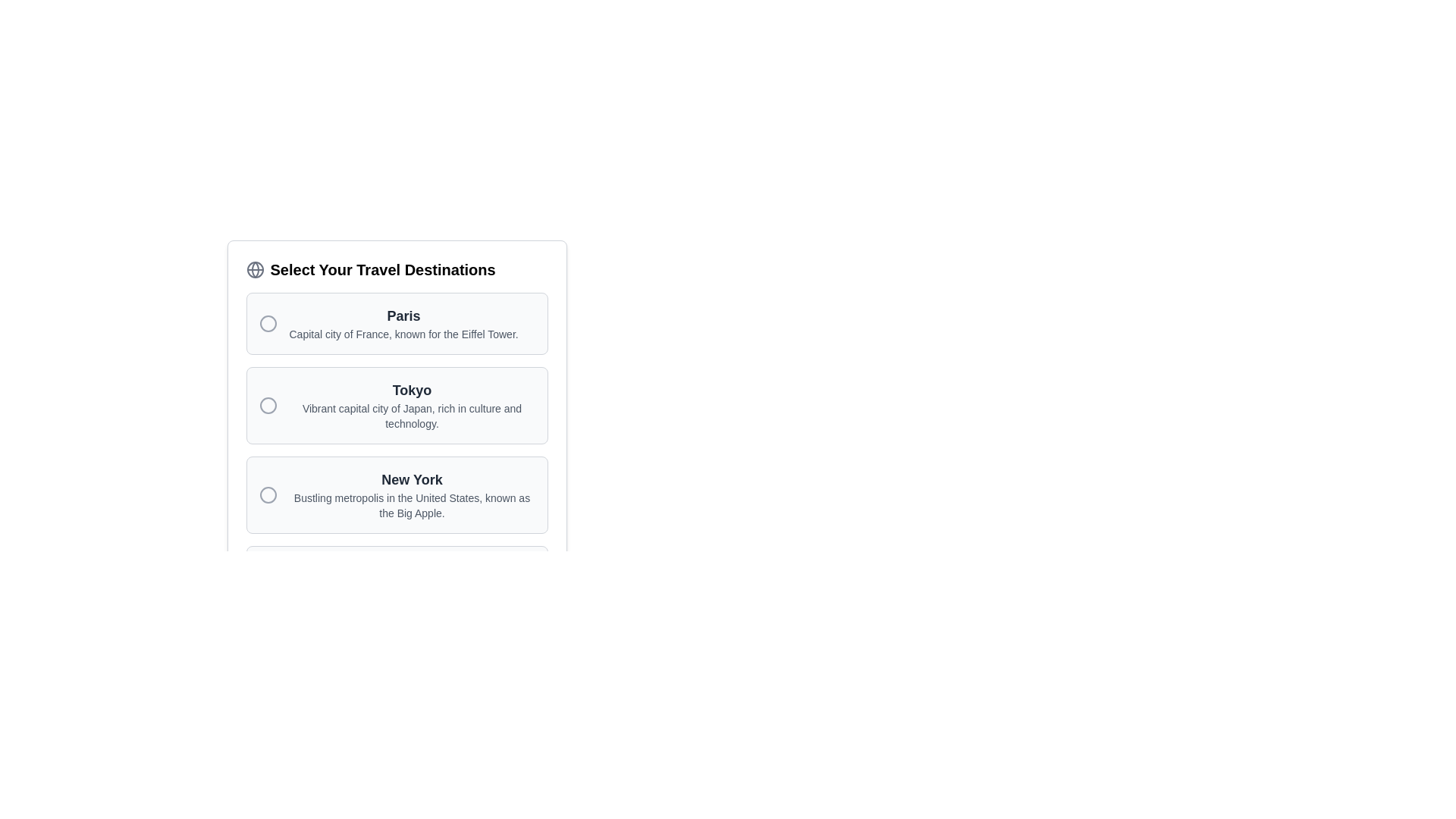  What do you see at coordinates (403, 323) in the screenshot?
I see `the Information card displaying the title 'Paris' and subtitle 'Capital city of France, known for the Eiffel Tower.' located in the top section of the travel destination list` at bounding box center [403, 323].